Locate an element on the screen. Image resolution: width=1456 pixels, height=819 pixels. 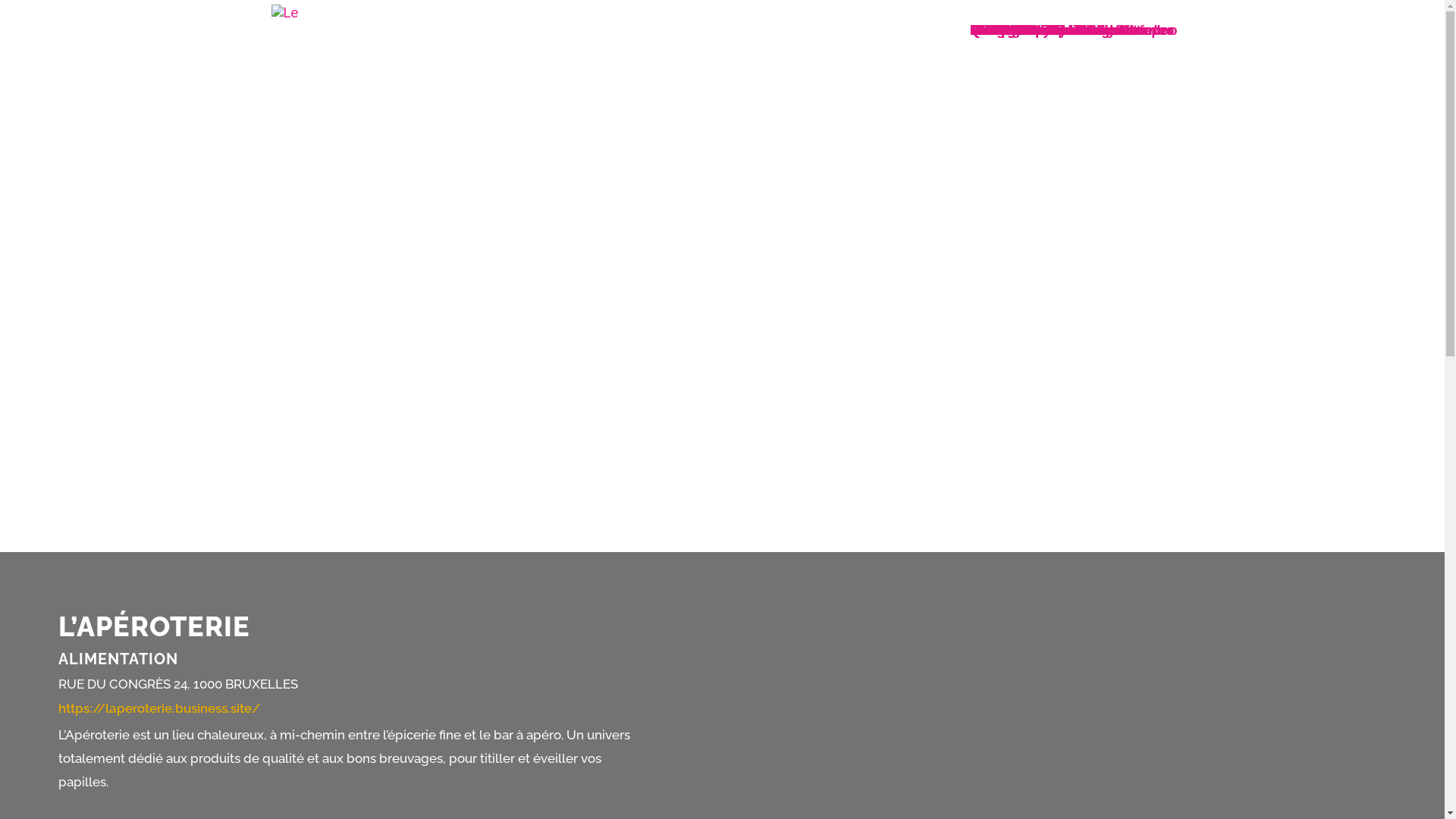
'Notre-Dame-aux-Neiges' is located at coordinates (1046, 30).